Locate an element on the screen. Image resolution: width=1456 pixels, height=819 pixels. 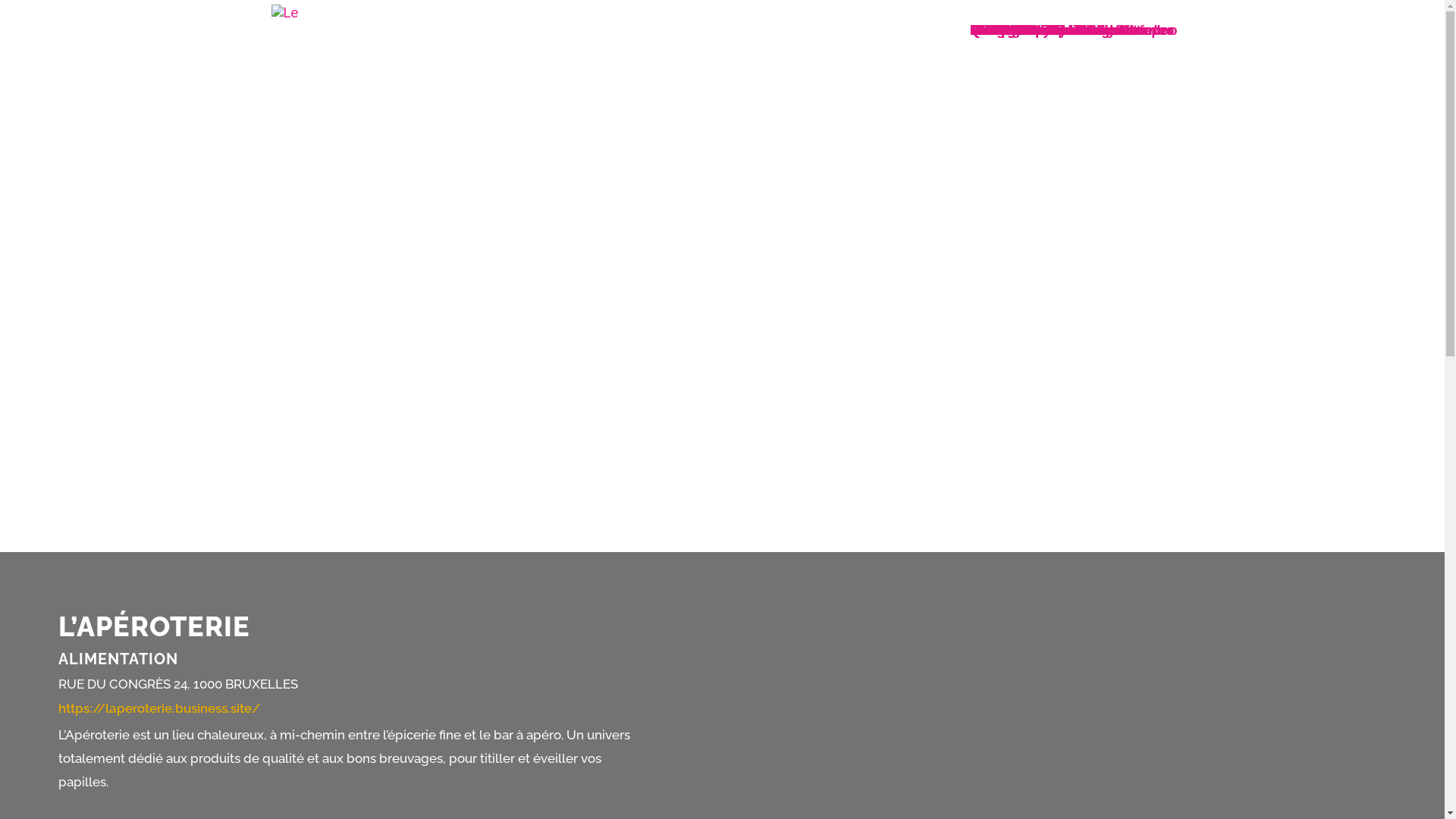
'Notre-Dame-aux-Neiges' is located at coordinates (1046, 30).